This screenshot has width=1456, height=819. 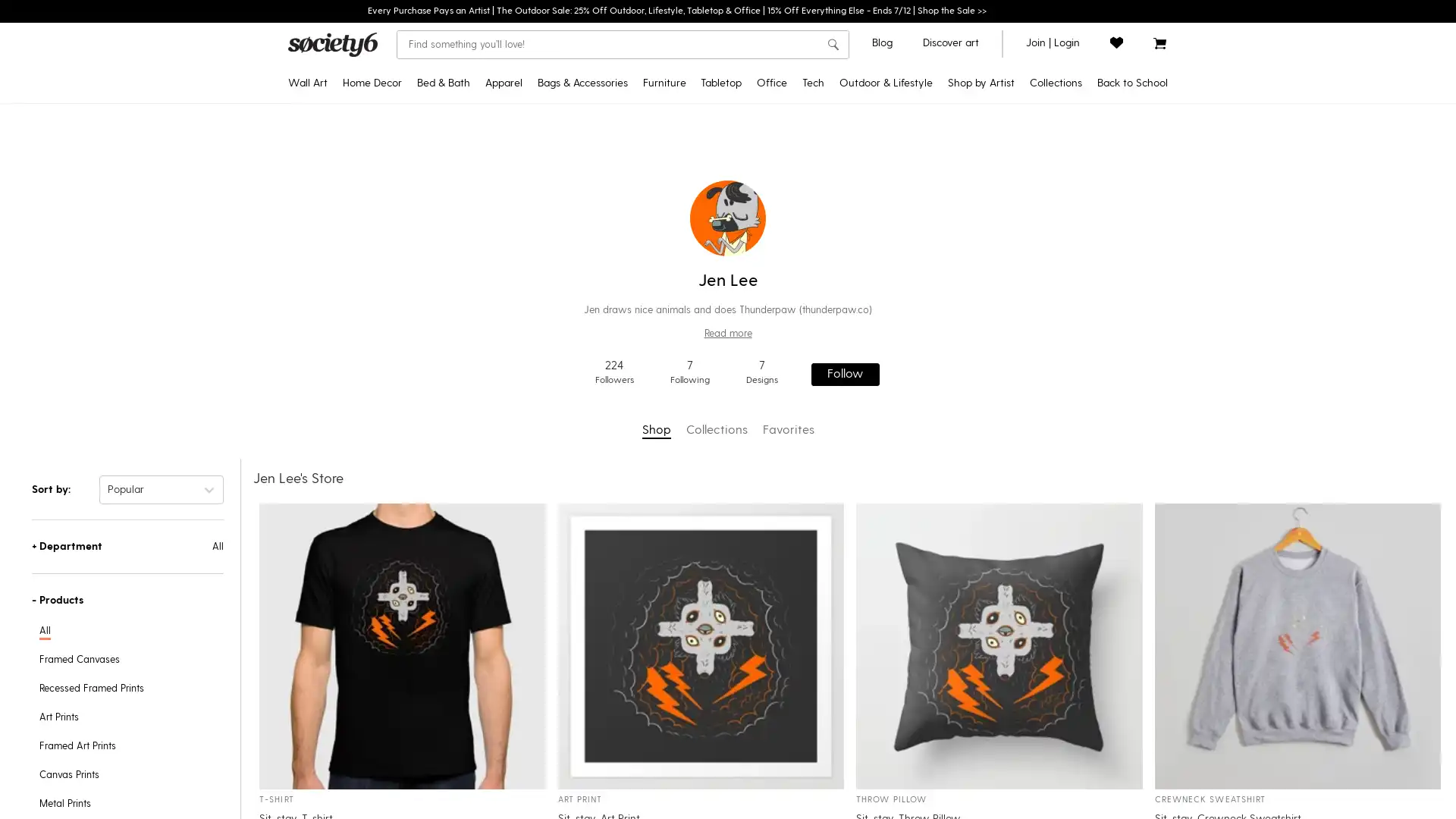 I want to click on Bath Mats, so click(x=475, y=219).